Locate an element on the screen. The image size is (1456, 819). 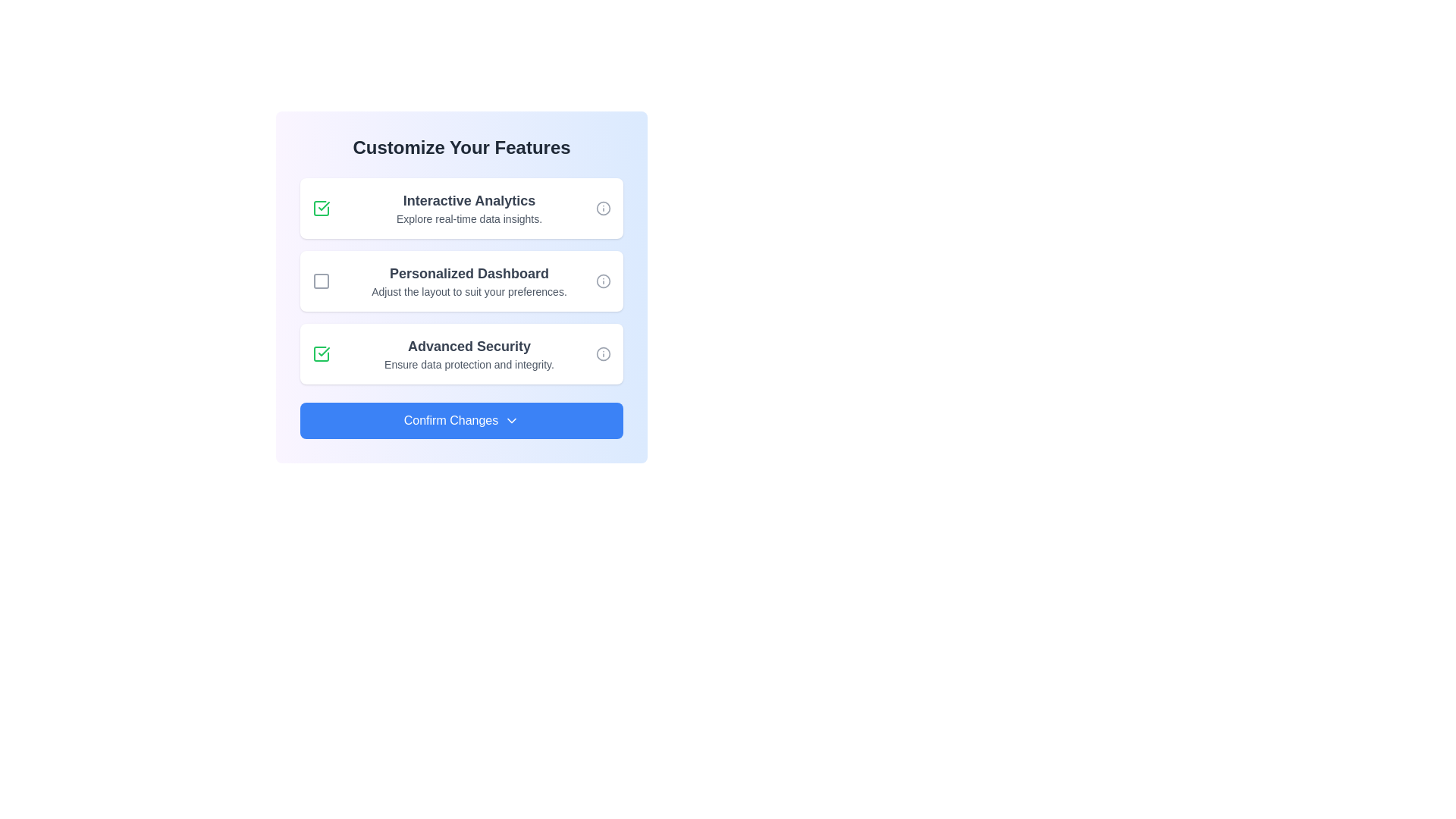
the informational button icon located to the right of the 'Interactive Analytics' option is located at coordinates (603, 208).